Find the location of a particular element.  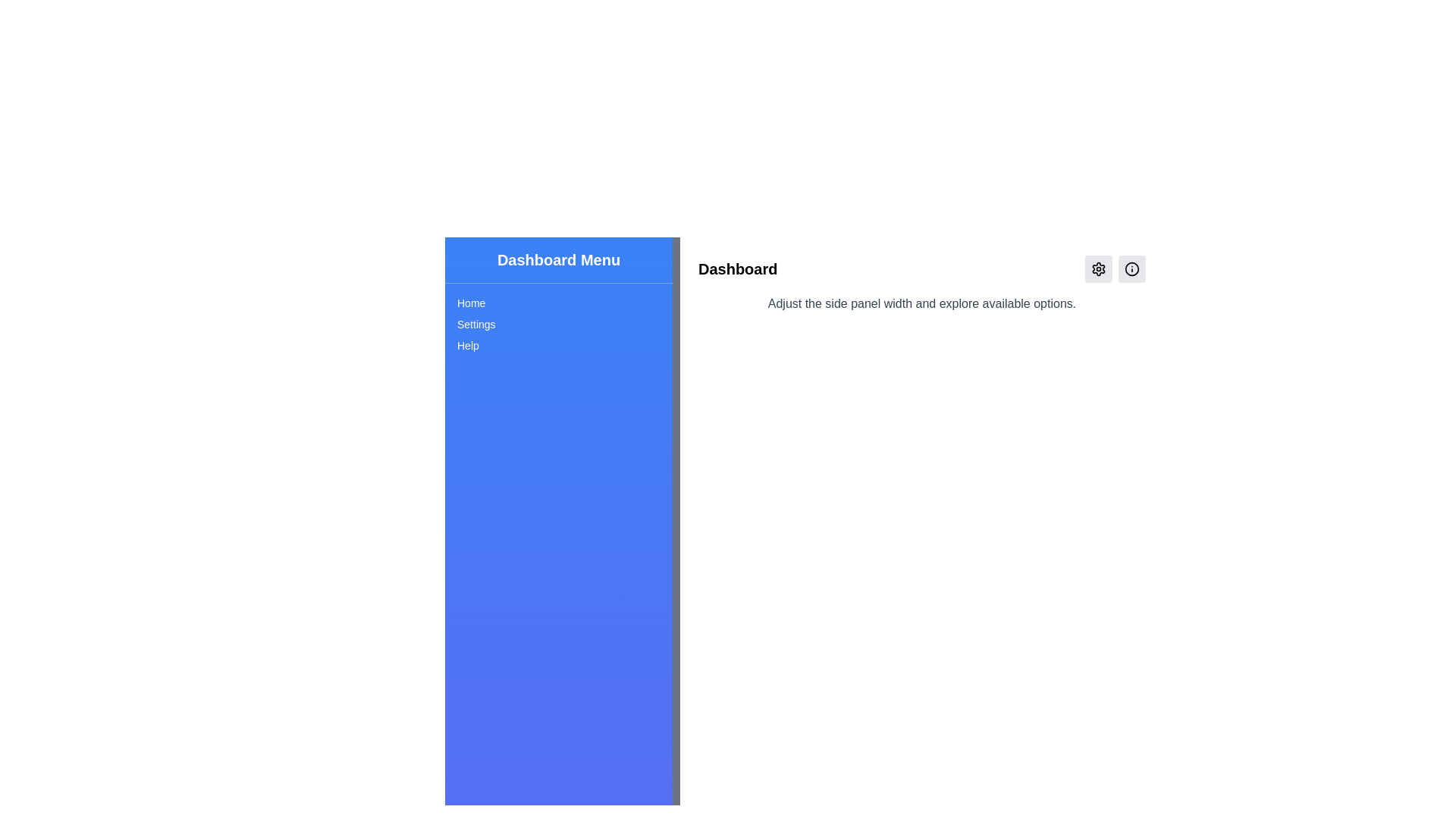

the header displaying the title of the sidebar menu is located at coordinates (558, 259).